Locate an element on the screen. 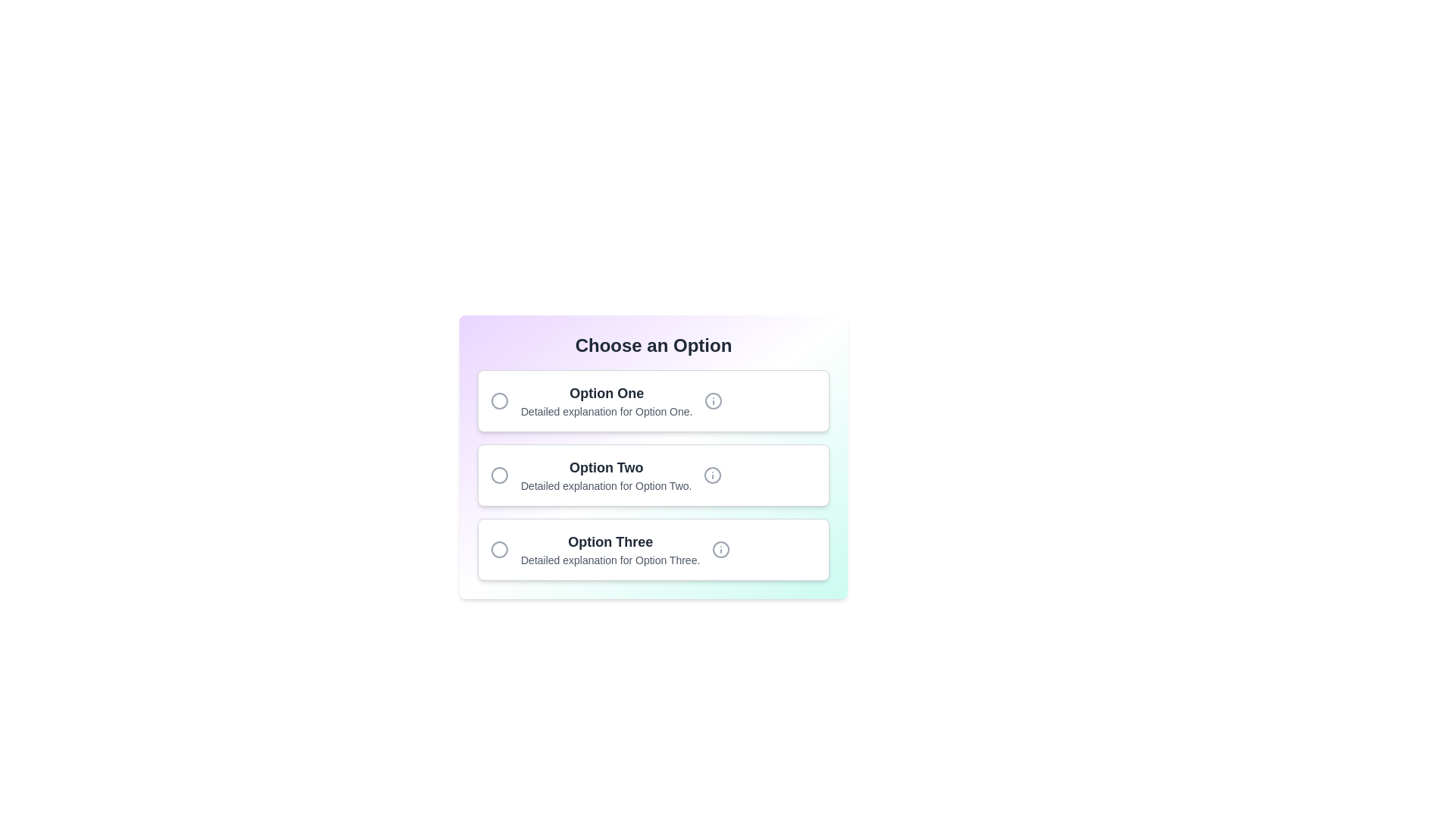 This screenshot has height=819, width=1456. the text label that displays 'Option Three', which is styled in a bold and large dark gray font and is the upper text segment in the row for selectable options is located at coordinates (610, 541).